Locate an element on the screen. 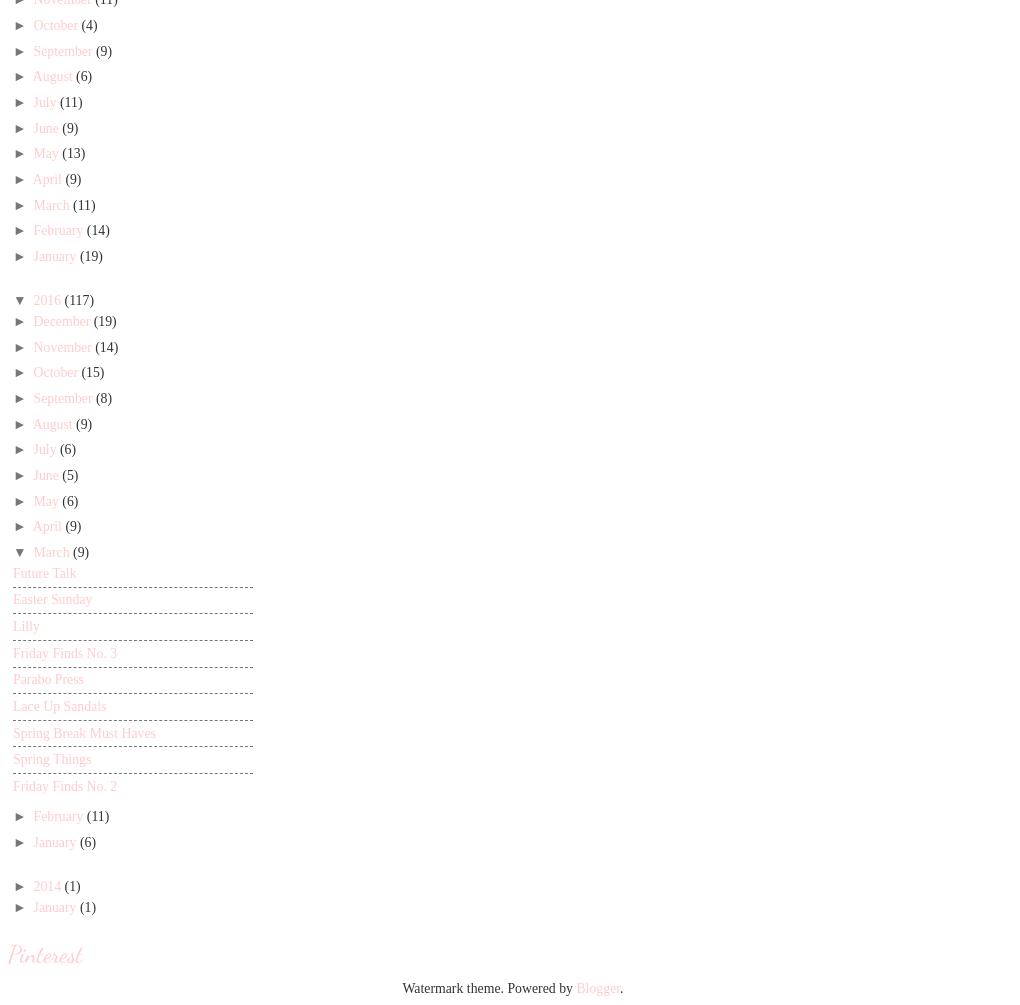  '(5)' is located at coordinates (69, 474).